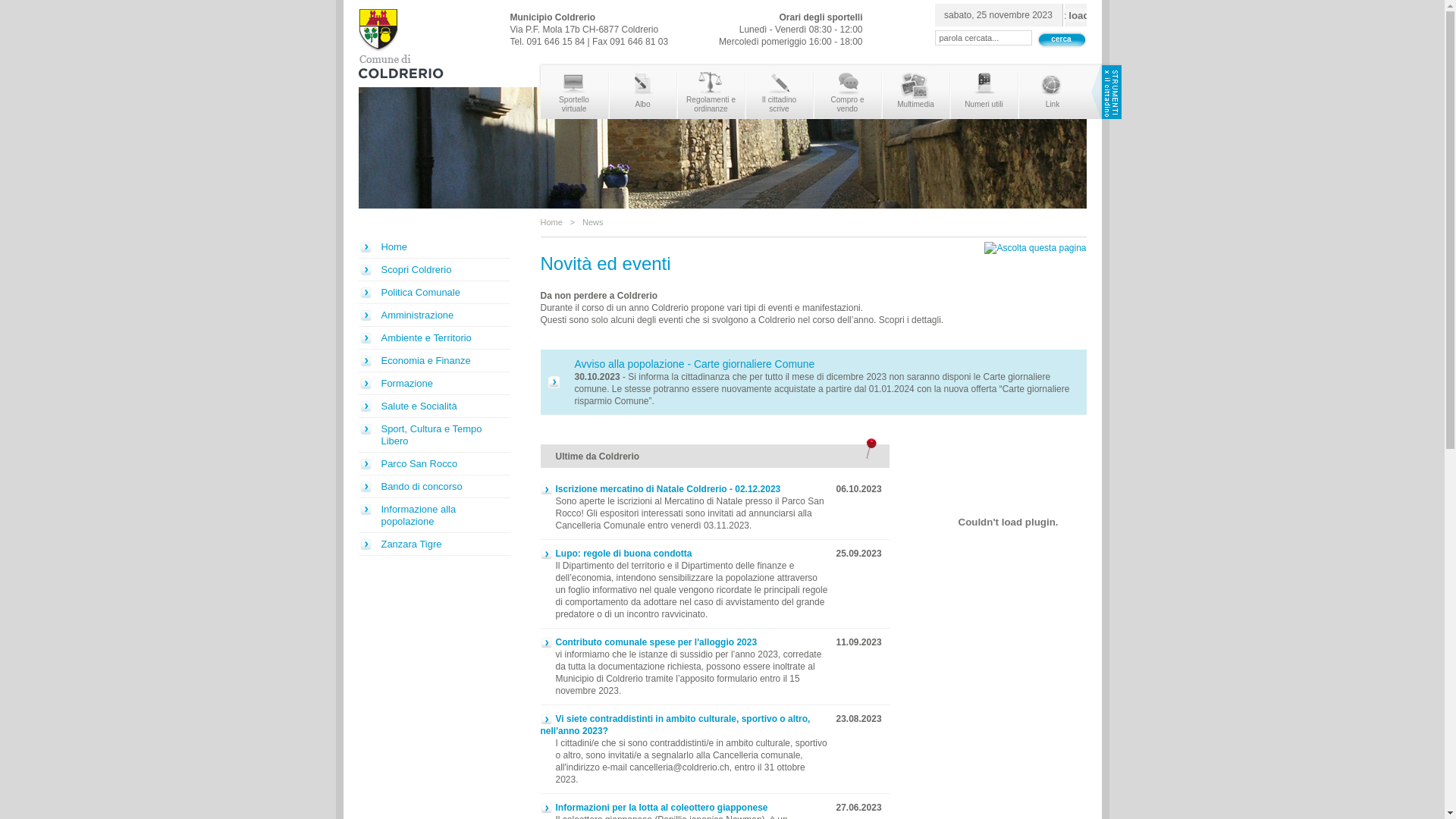 The image size is (1456, 819). I want to click on 'Informazioni per la lotta al coleottero giapponese', so click(654, 806).